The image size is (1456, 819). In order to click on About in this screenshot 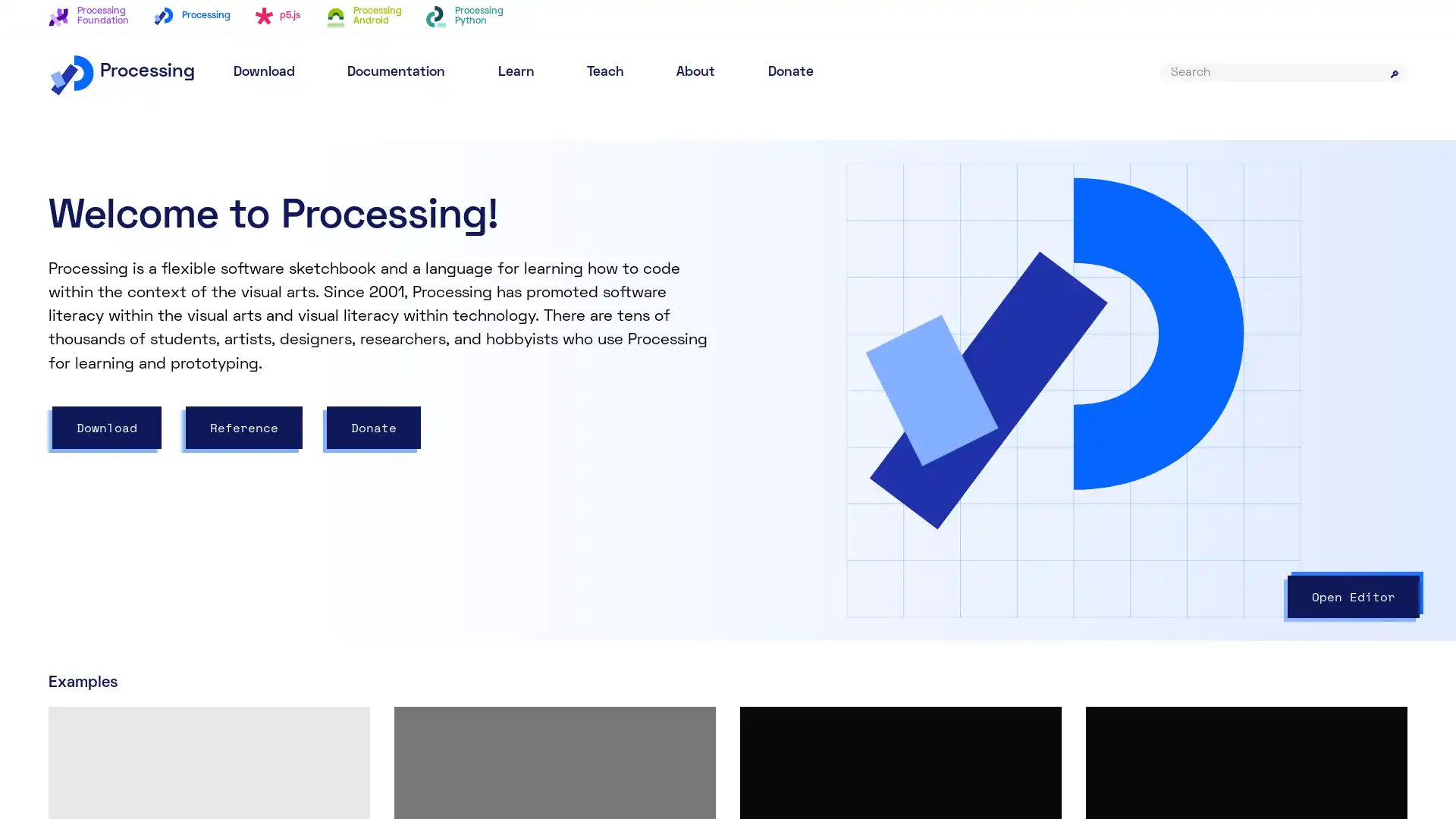, I will do `click(695, 71)`.